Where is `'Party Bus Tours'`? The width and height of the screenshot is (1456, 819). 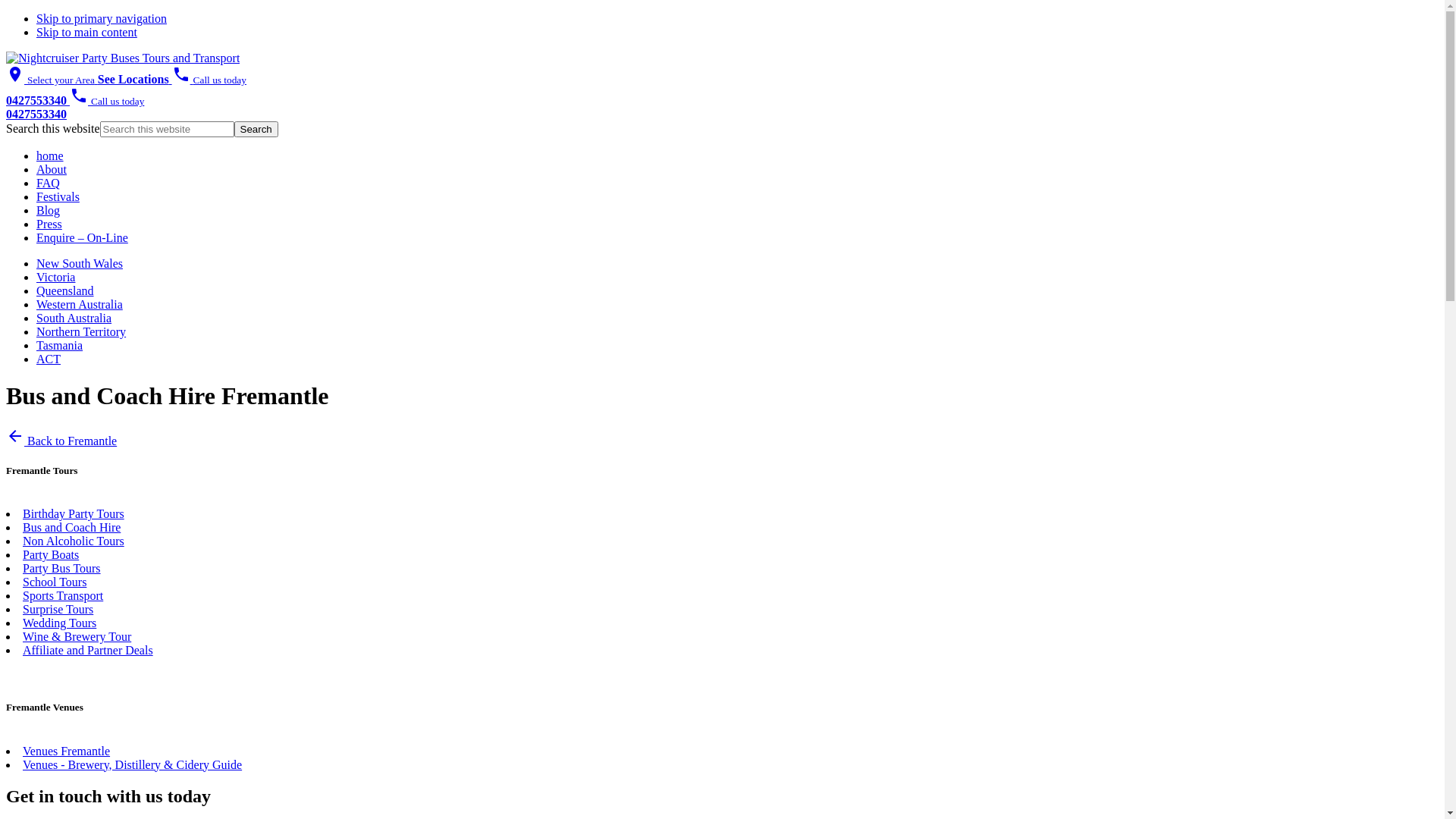
'Party Bus Tours' is located at coordinates (61, 568).